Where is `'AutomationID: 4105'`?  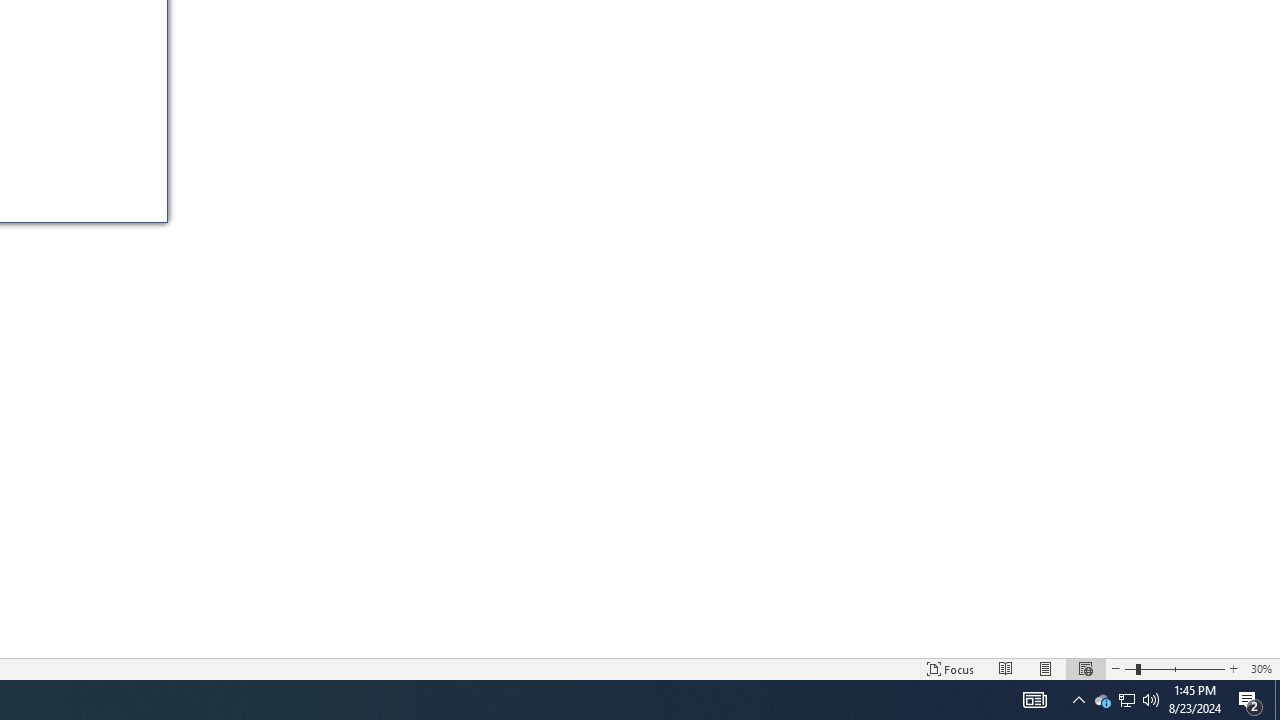 'AutomationID: 4105' is located at coordinates (1034, 698).